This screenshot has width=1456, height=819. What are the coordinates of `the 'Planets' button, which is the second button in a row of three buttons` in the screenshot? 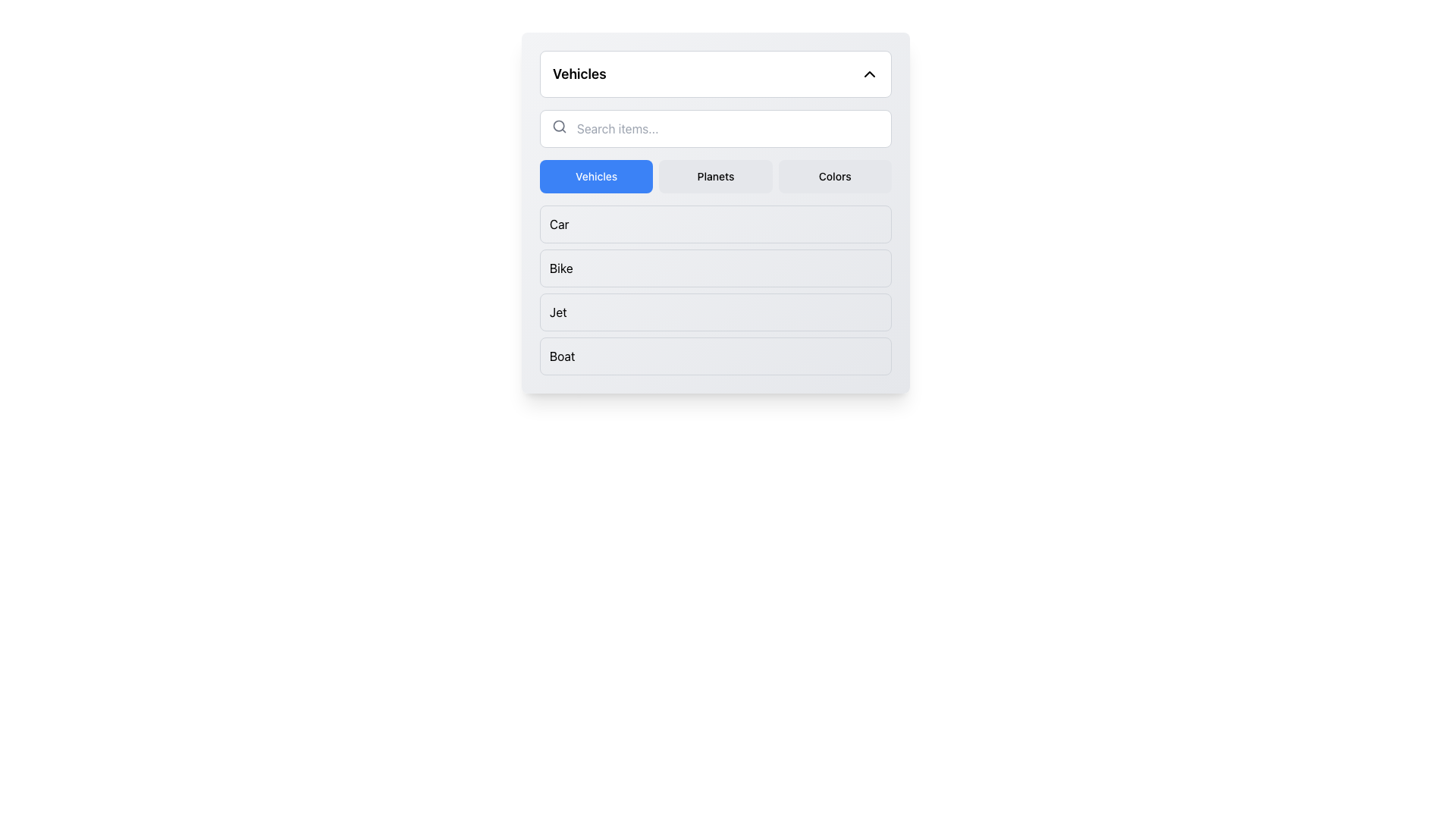 It's located at (715, 175).